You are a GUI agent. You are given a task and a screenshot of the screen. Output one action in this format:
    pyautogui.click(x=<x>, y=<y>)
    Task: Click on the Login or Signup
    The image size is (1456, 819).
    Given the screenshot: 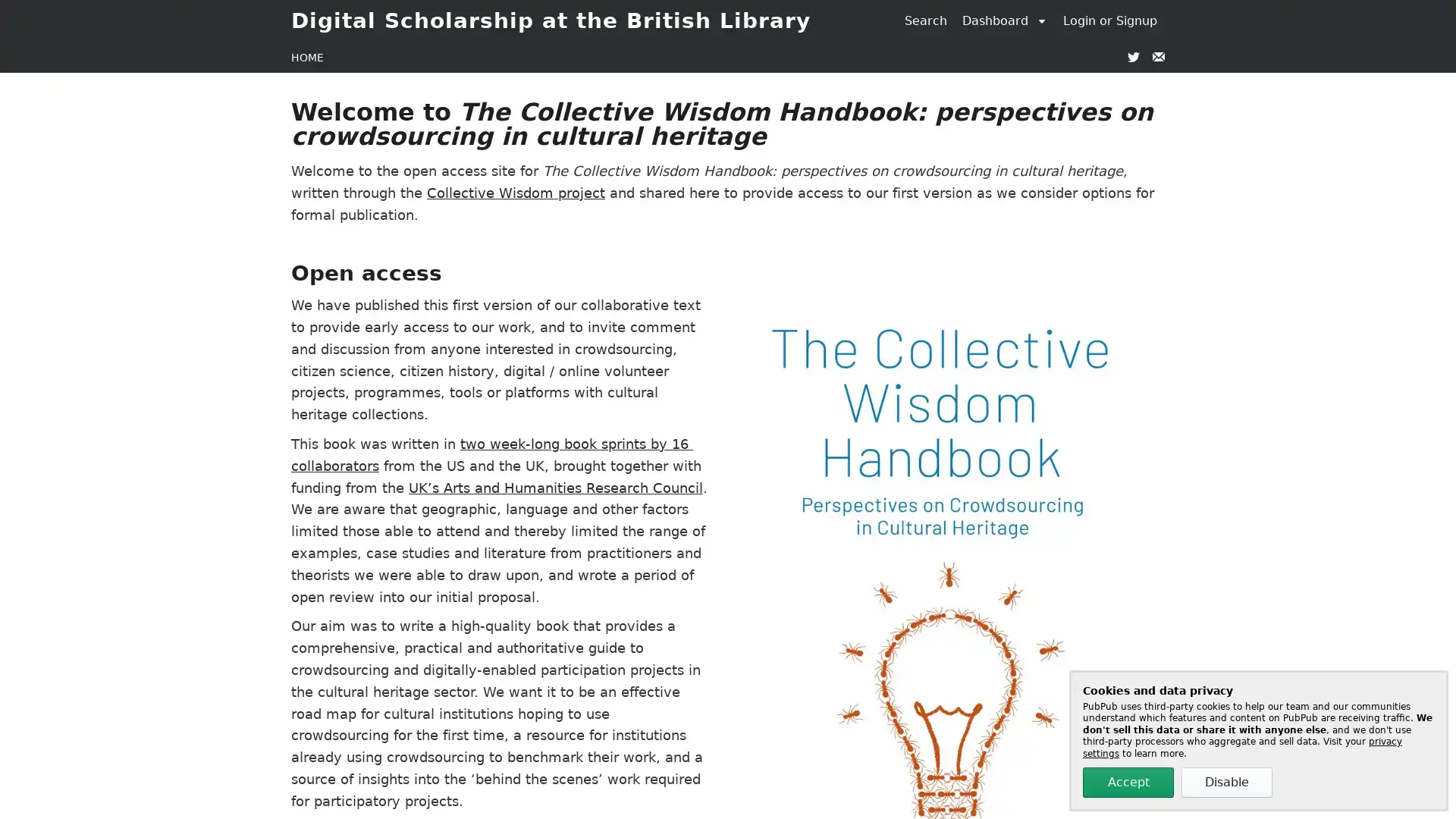 What is the action you would take?
    pyautogui.click(x=1110, y=20)
    